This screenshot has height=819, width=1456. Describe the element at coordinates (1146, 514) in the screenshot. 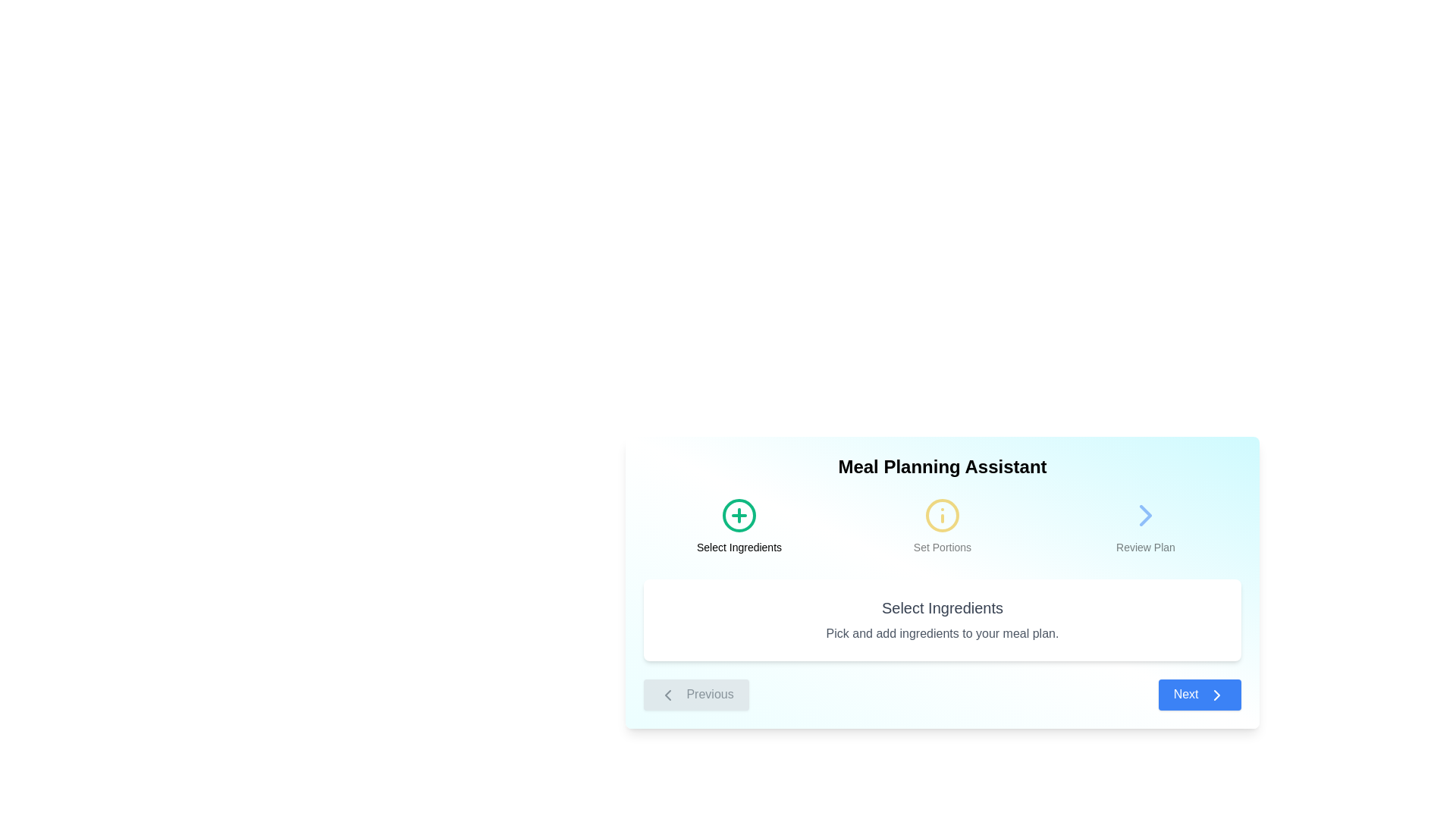

I see `the forward action icon located in the 'Review Plan' section, which is the third item in a triplet layout aligned with the text label below it` at that location.